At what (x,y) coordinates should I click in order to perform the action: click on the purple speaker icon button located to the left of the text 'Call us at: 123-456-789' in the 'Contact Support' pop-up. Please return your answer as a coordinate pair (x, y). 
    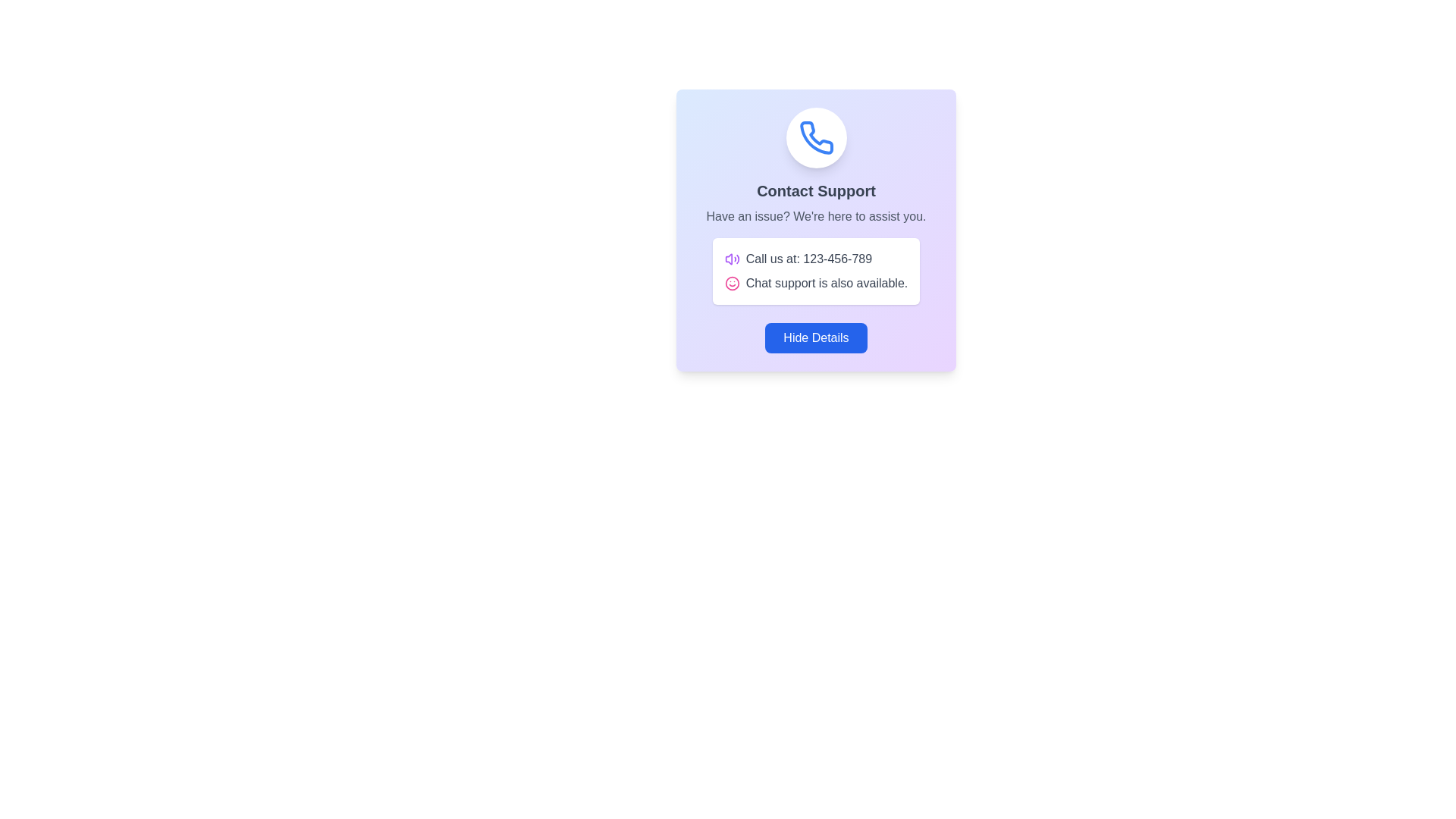
    Looking at the image, I should click on (732, 259).